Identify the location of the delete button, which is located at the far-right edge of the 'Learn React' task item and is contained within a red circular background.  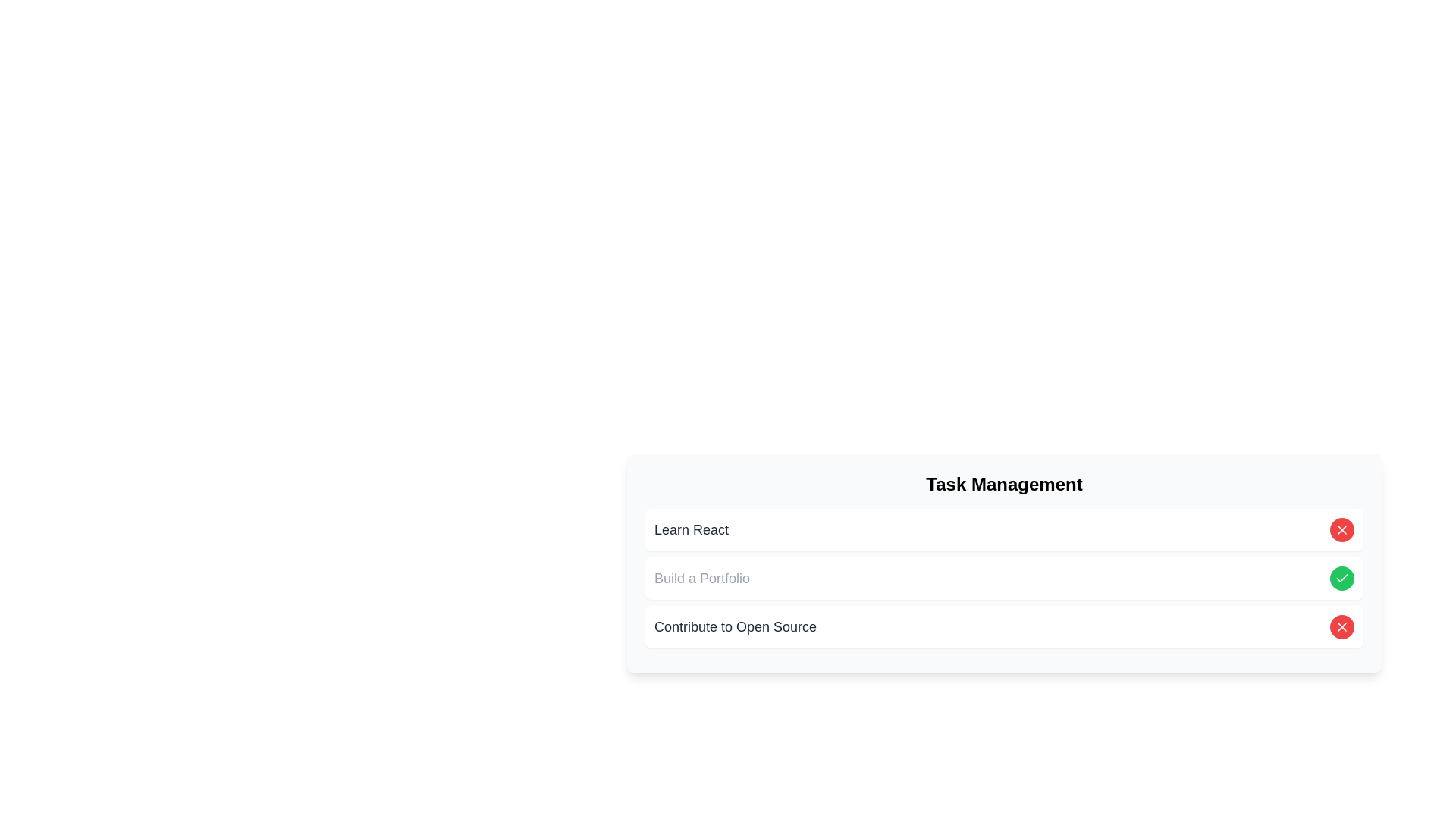
(1342, 626).